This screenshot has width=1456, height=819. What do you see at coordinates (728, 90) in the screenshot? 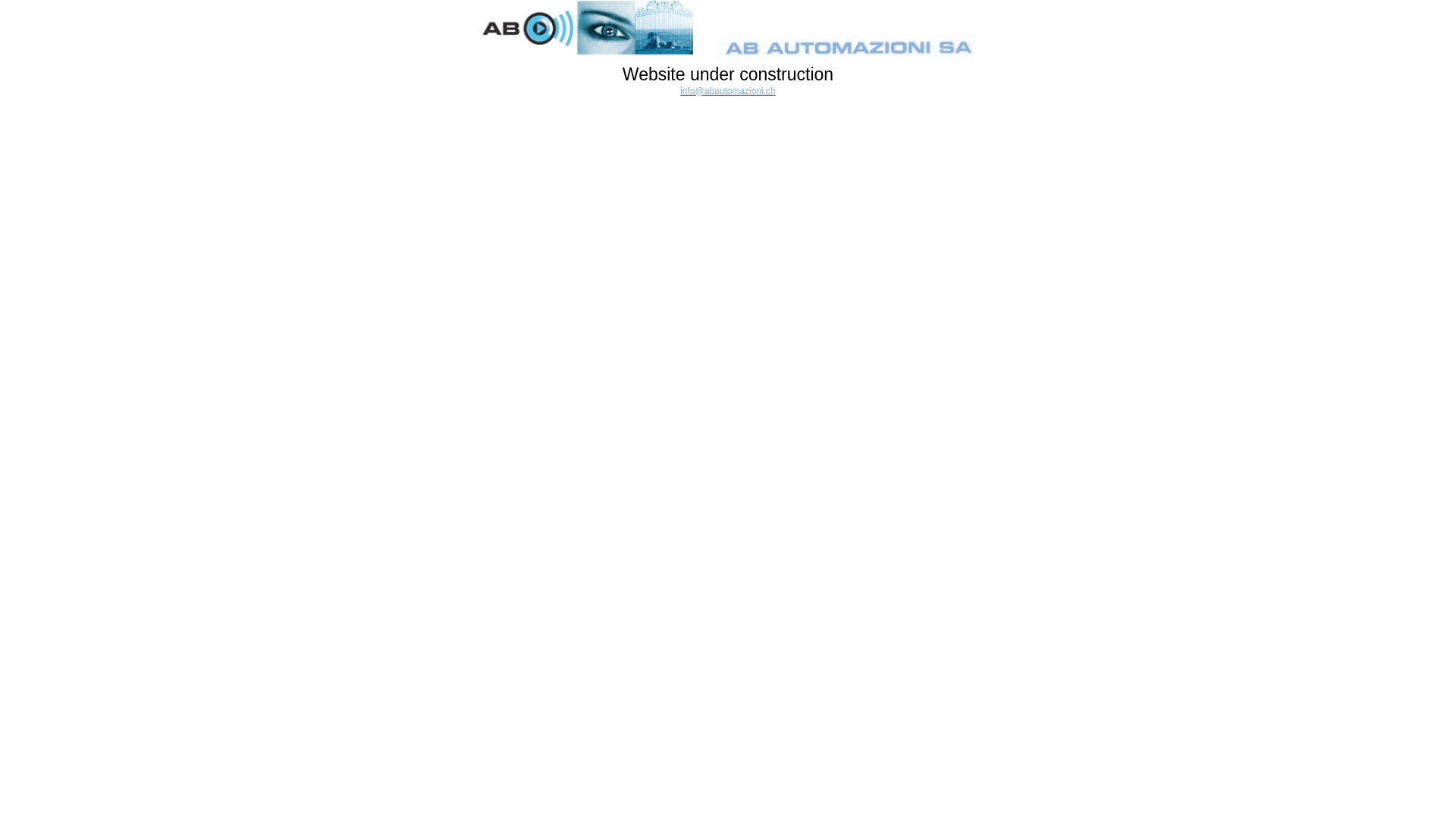
I see `'info@abautomazioni.ch'` at bounding box center [728, 90].